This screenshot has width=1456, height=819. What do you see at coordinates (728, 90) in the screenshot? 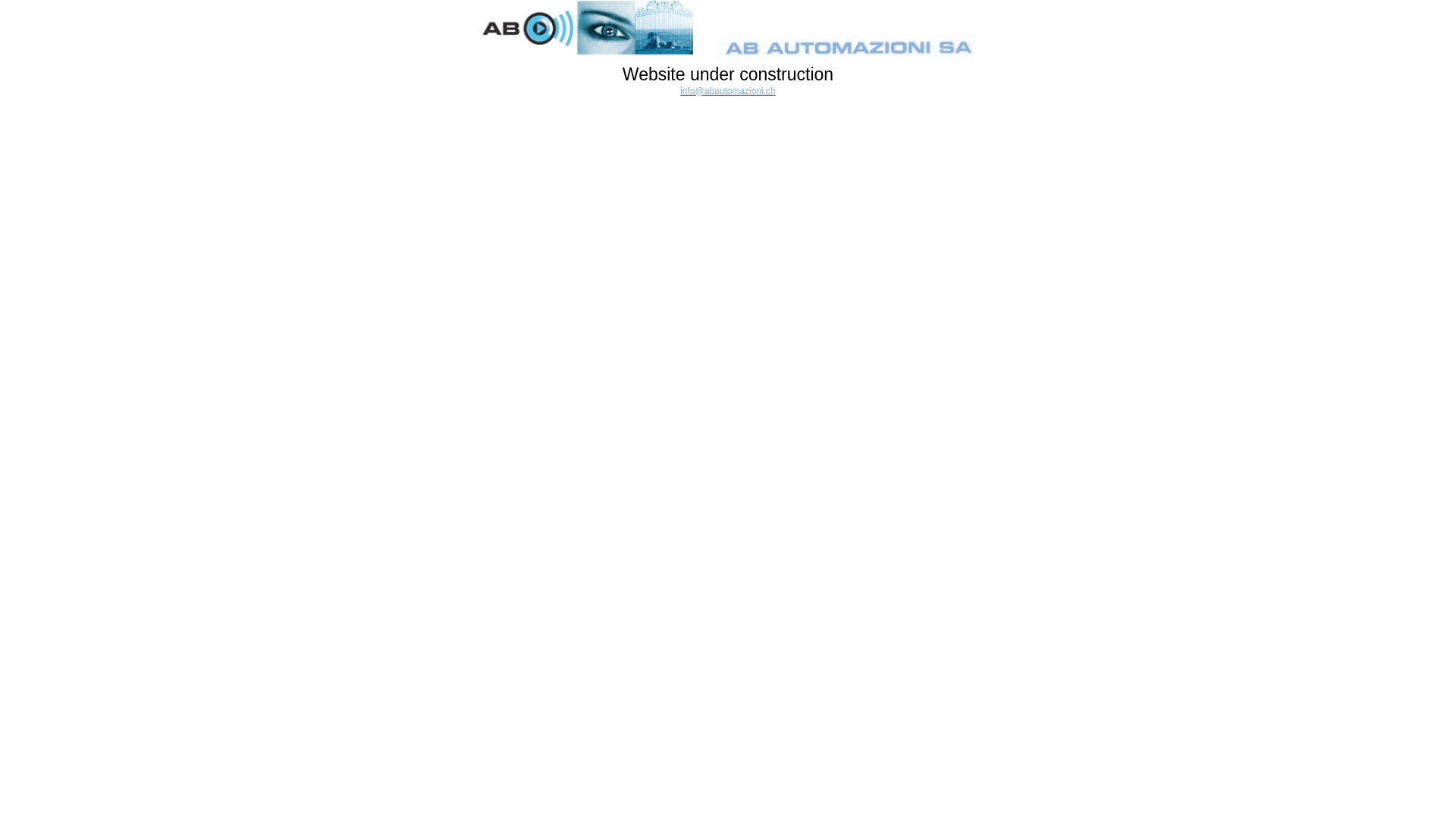
I see `'info@abautomazioni.ch'` at bounding box center [728, 90].